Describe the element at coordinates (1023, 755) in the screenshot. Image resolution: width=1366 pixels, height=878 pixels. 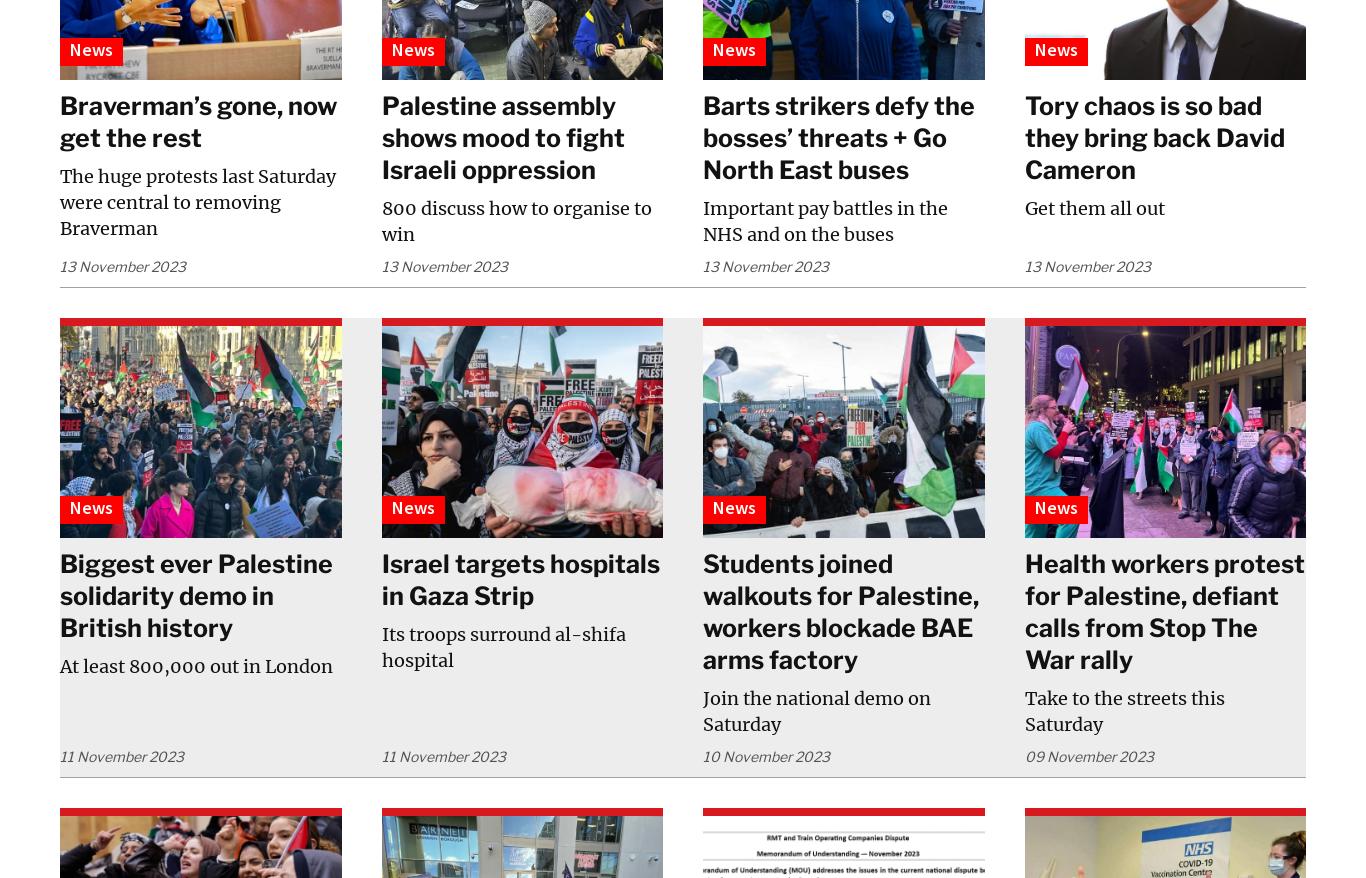
I see `'09 November 2023'` at that location.